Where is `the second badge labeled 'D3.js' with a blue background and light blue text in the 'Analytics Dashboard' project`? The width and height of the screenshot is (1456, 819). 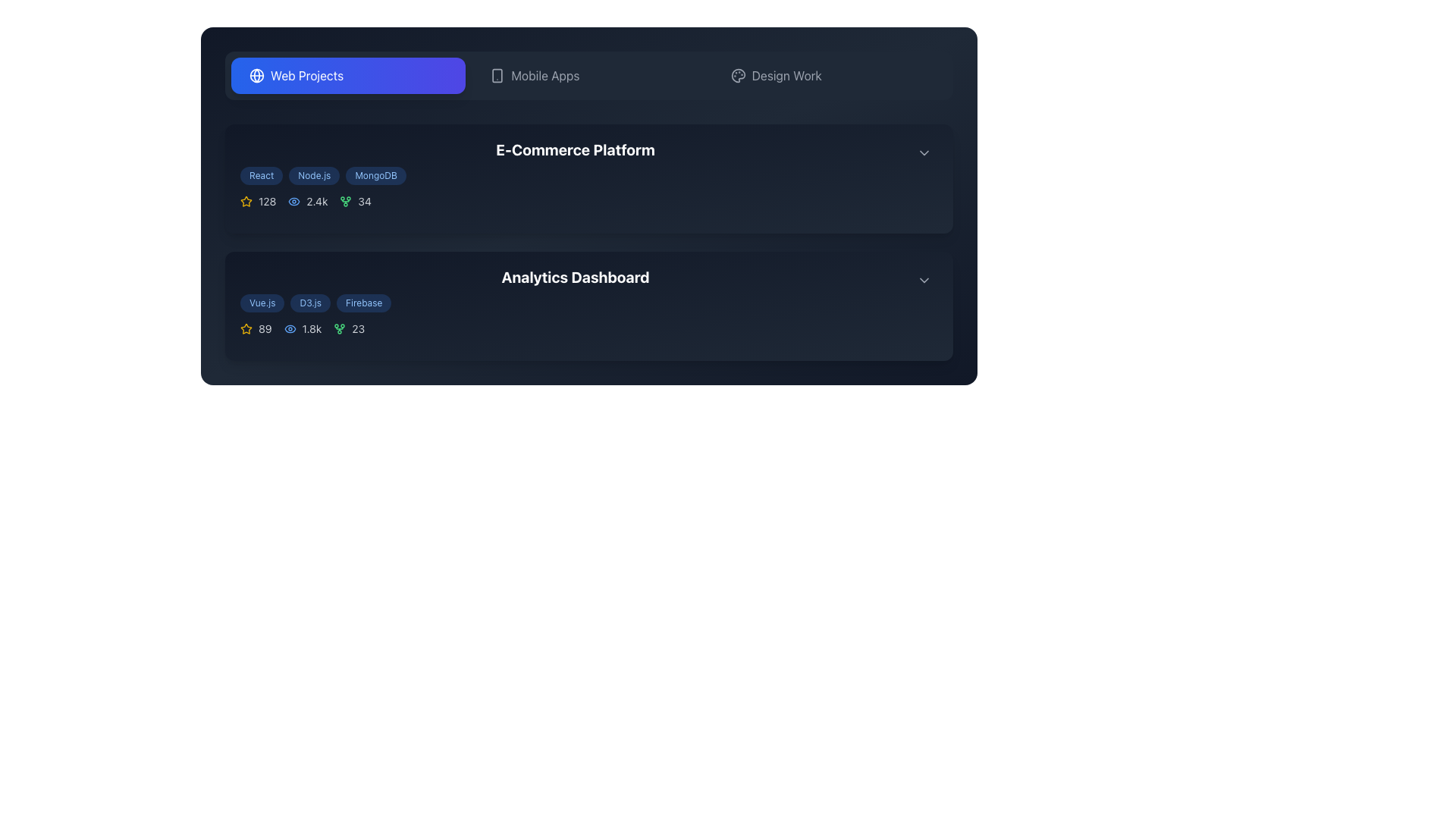
the second badge labeled 'D3.js' with a blue background and light blue text in the 'Analytics Dashboard' project is located at coordinates (309, 303).